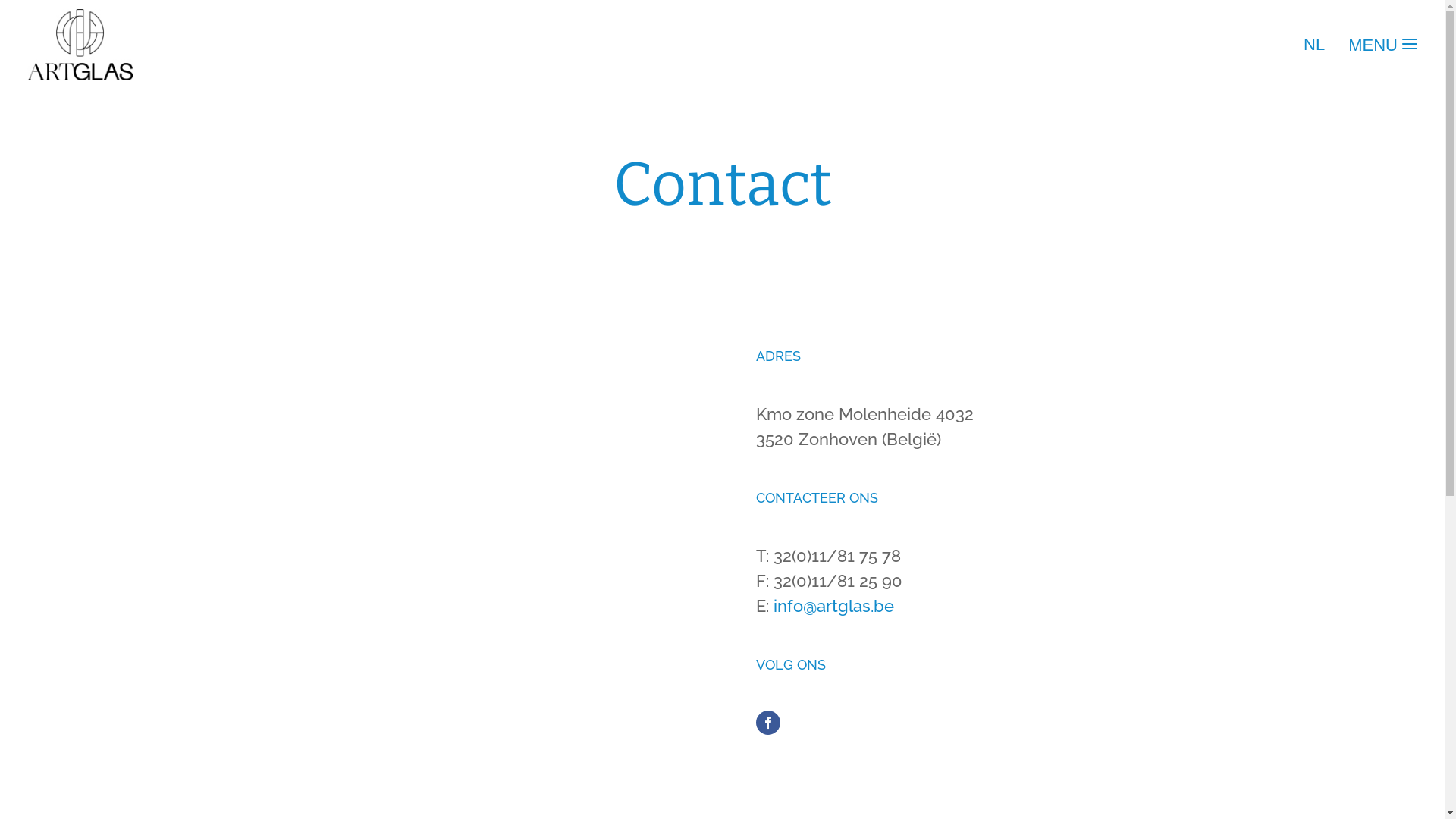 This screenshot has width=1456, height=819. I want to click on 'facebook', so click(767, 721).